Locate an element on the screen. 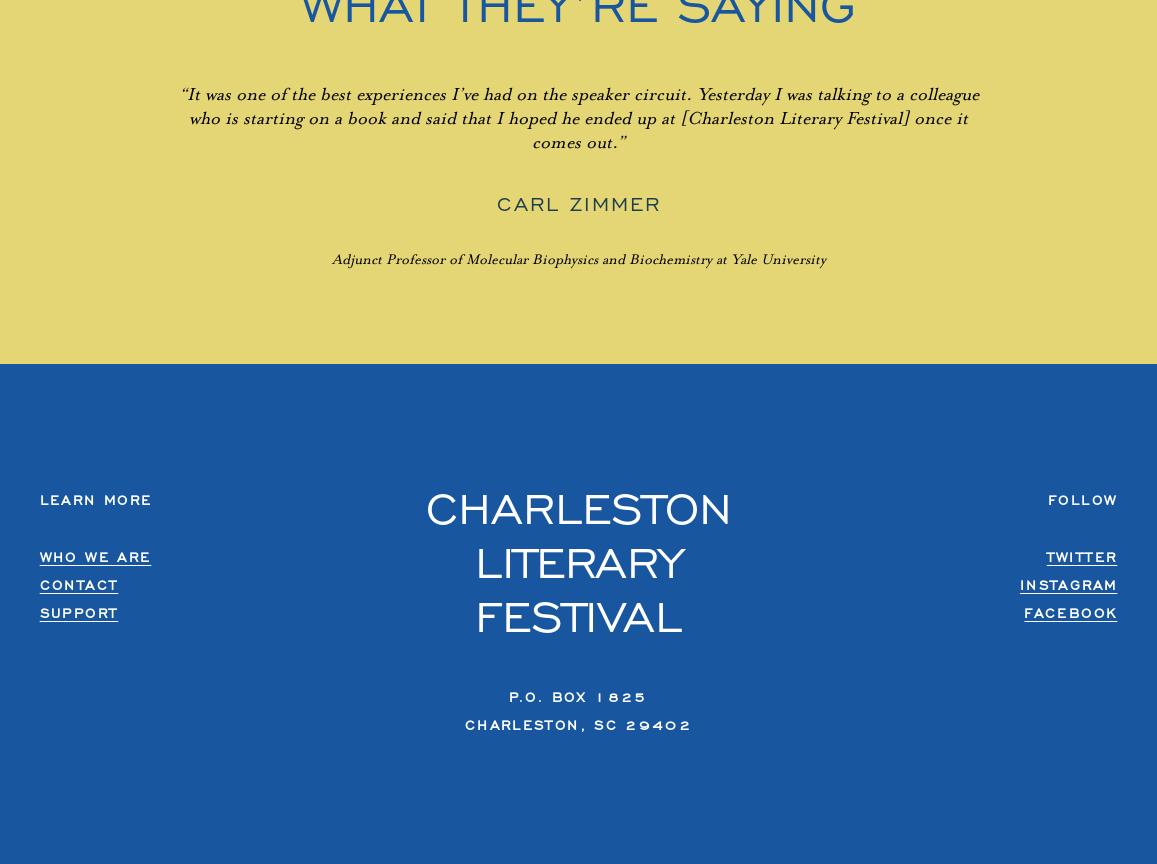 This screenshot has width=1157, height=864. 'P.O. box 1825' is located at coordinates (577, 696).